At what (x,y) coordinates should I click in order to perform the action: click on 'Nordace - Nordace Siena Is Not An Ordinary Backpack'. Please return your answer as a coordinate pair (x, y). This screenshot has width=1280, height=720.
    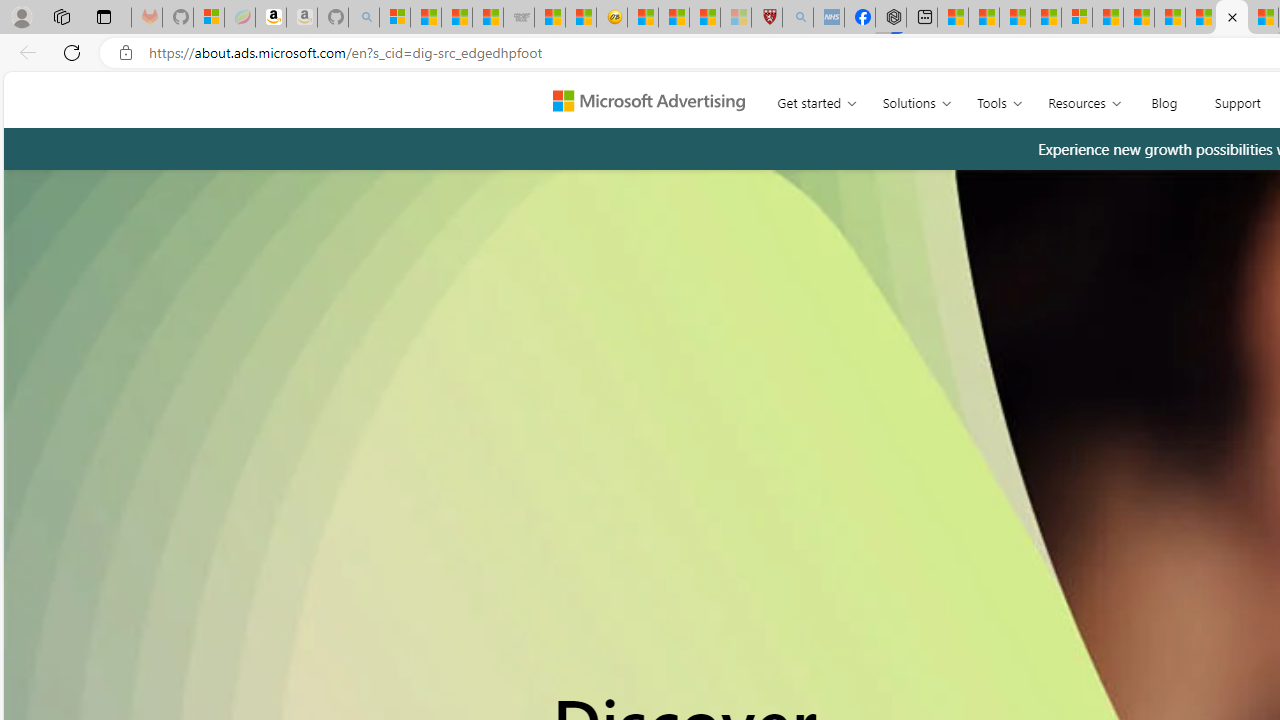
    Looking at the image, I should click on (889, 17).